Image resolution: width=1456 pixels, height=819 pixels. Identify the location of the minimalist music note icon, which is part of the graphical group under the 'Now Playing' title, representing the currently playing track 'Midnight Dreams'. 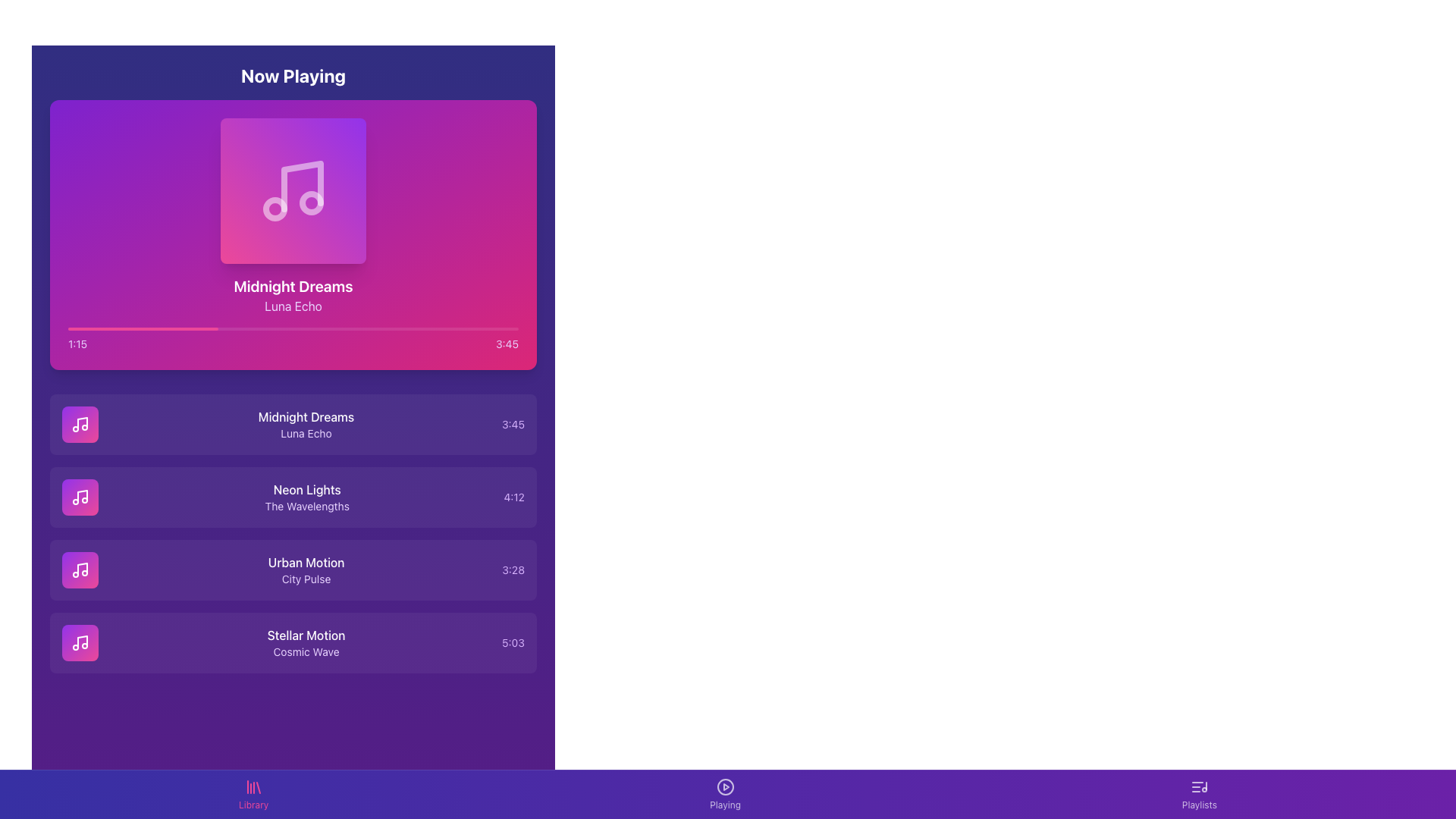
(82, 423).